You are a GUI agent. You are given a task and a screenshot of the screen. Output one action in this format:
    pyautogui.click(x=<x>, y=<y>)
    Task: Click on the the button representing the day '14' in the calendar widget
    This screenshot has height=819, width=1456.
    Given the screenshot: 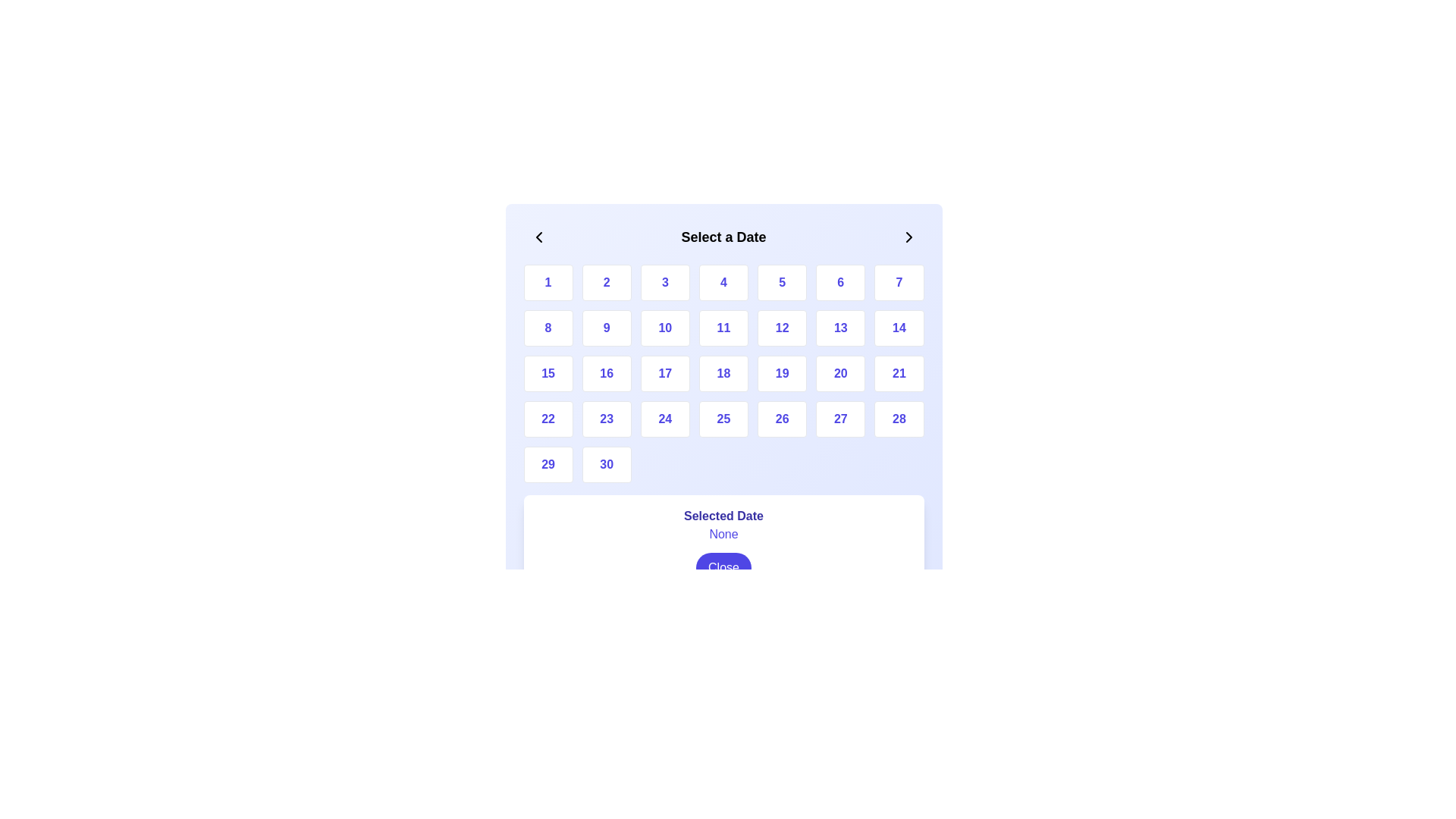 What is the action you would take?
    pyautogui.click(x=899, y=327)
    